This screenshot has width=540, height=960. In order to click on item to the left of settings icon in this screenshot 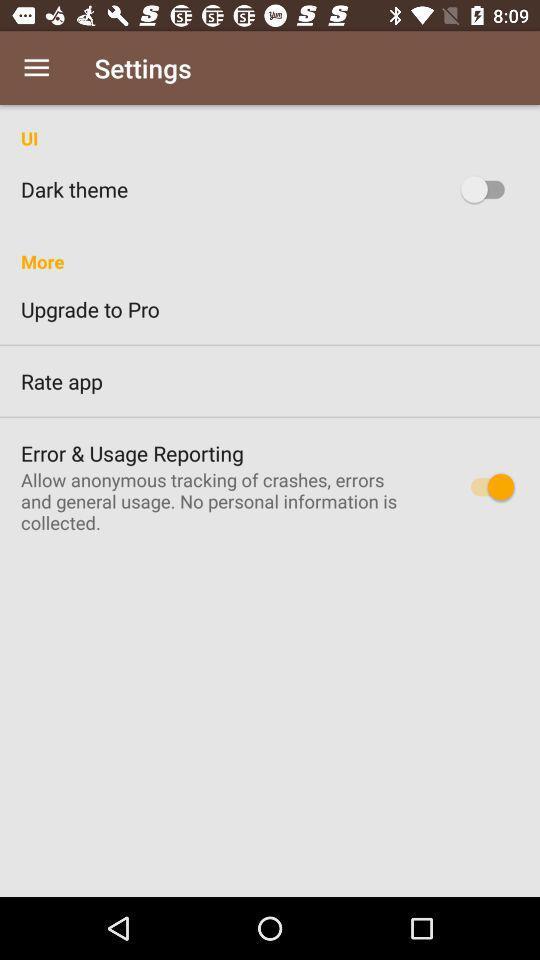, I will do `click(36, 68)`.